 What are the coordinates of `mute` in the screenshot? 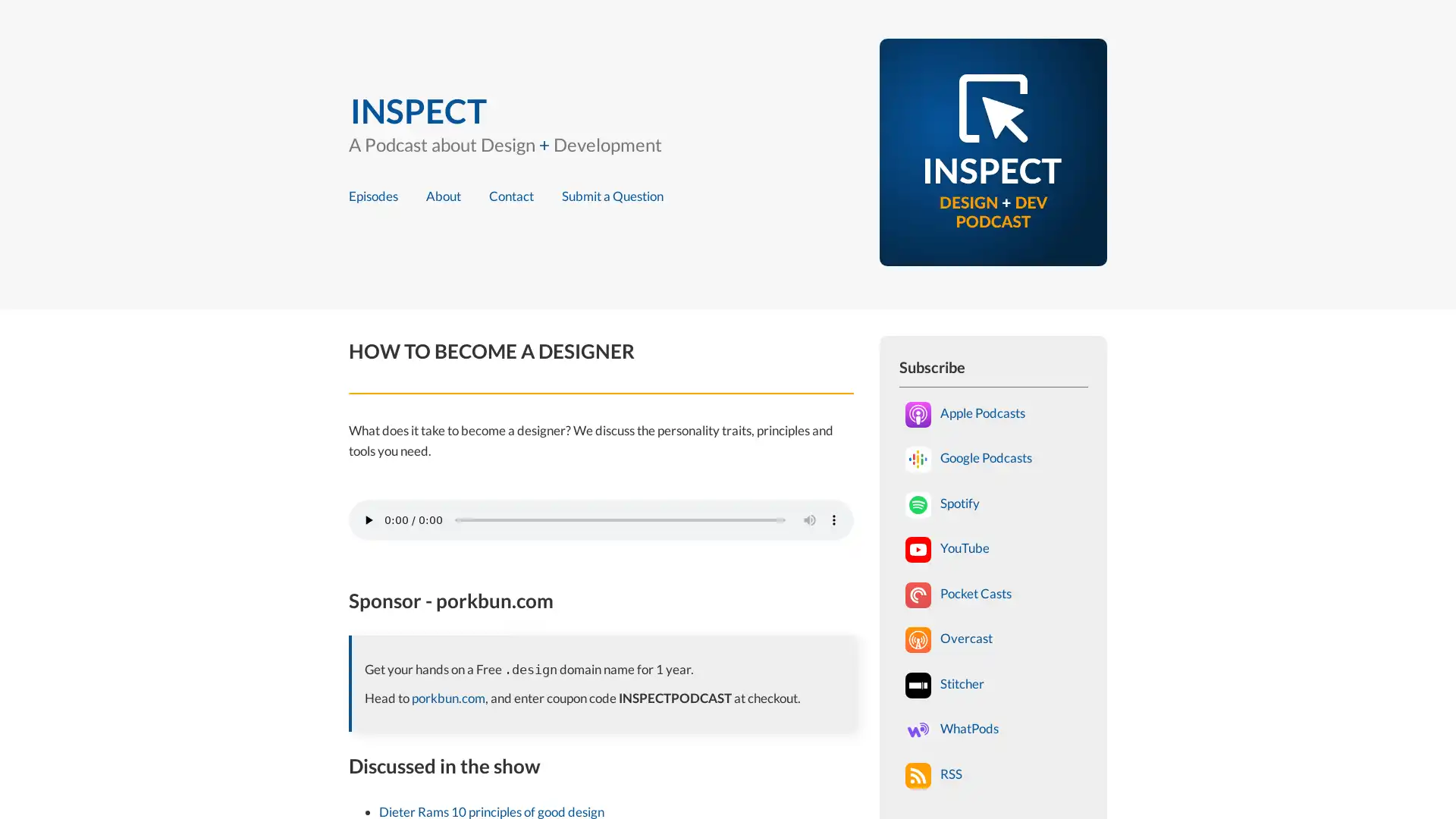 It's located at (809, 519).